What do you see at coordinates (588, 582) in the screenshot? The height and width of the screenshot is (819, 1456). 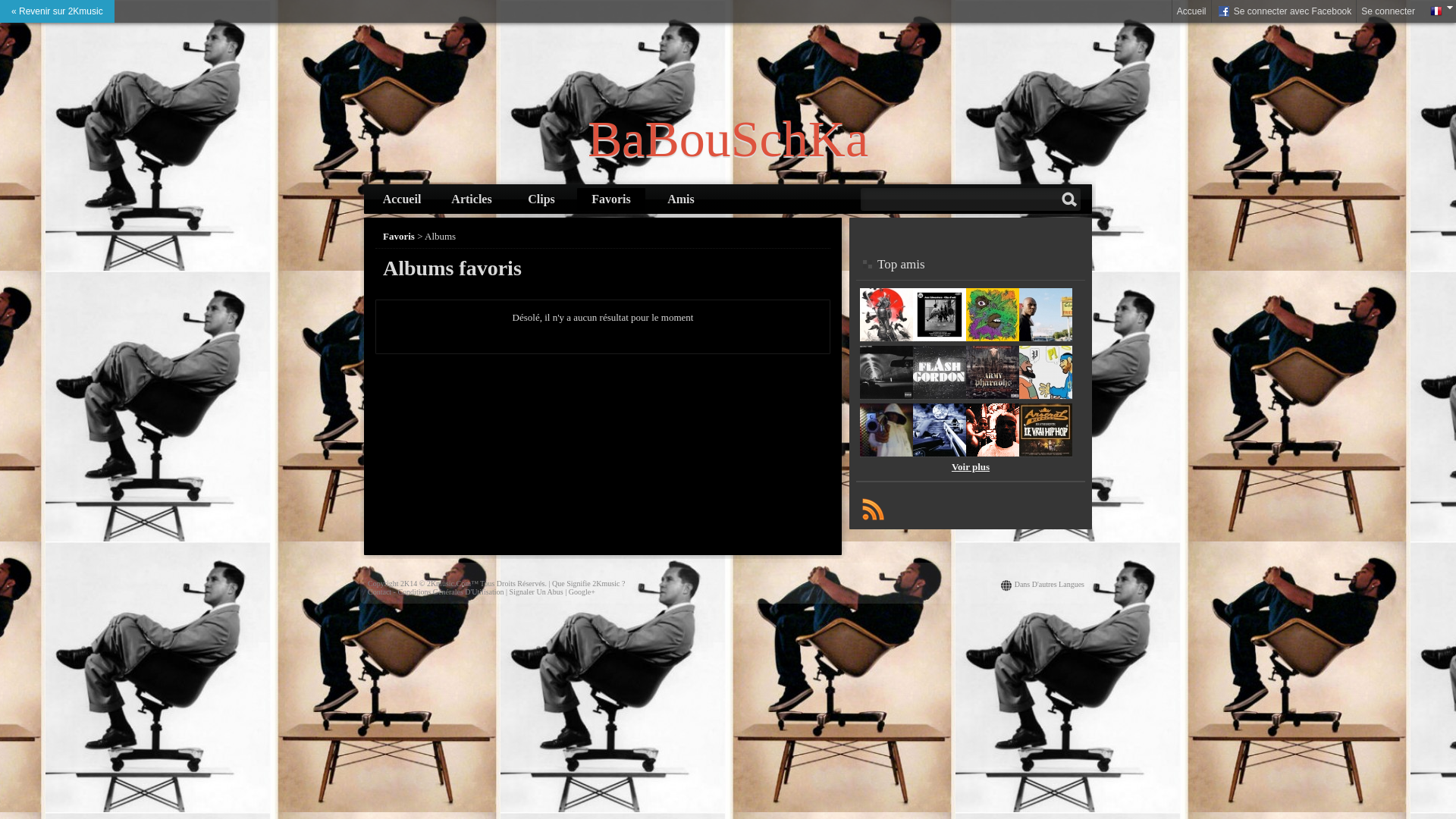 I see `'Que Signifie 2Kmusic ?'` at bounding box center [588, 582].